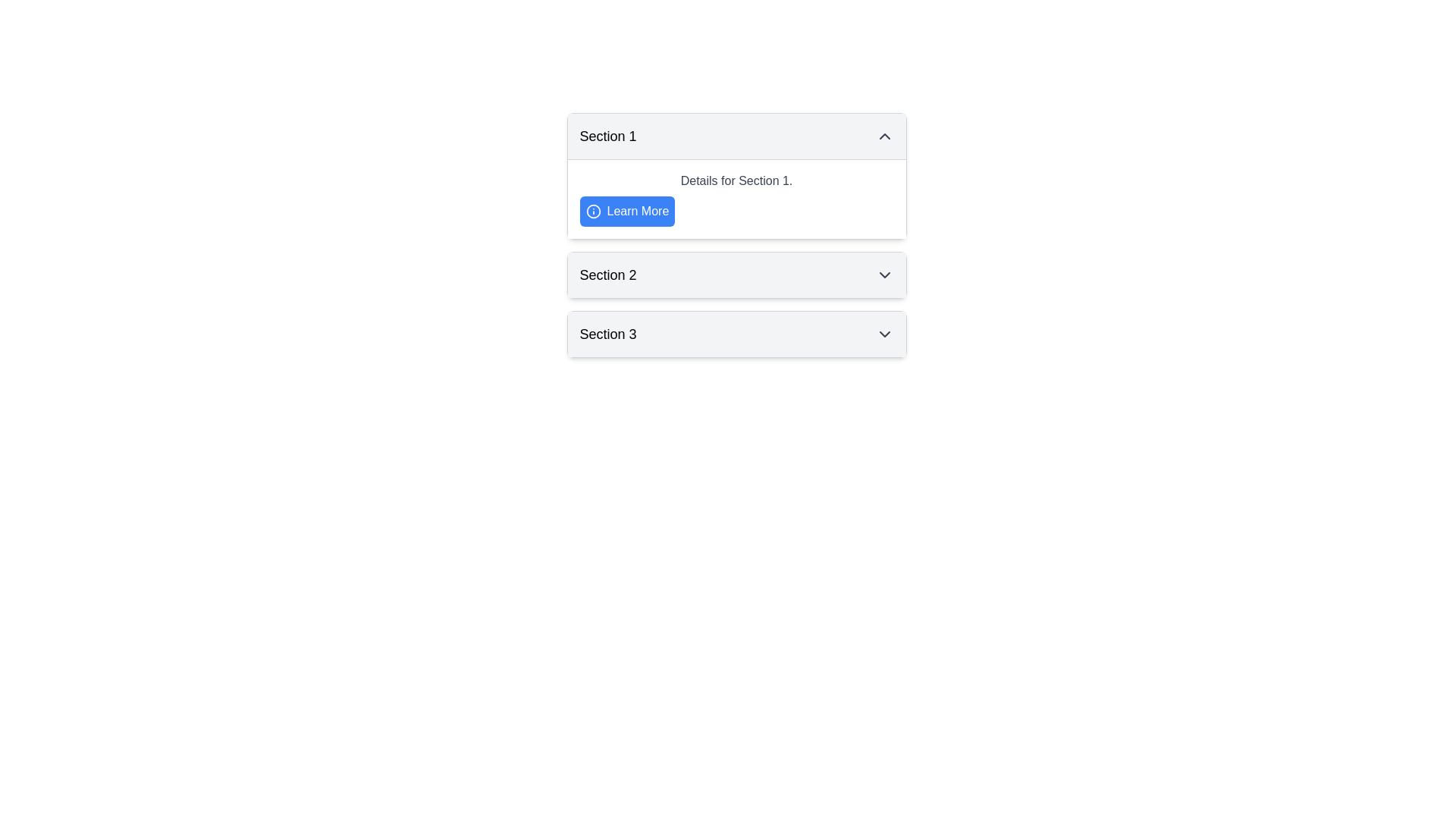  I want to click on the informational Text display related to Section 1, which is positioned beneath the text 'Section 1' and above the 'Learn More' button, so click(736, 180).